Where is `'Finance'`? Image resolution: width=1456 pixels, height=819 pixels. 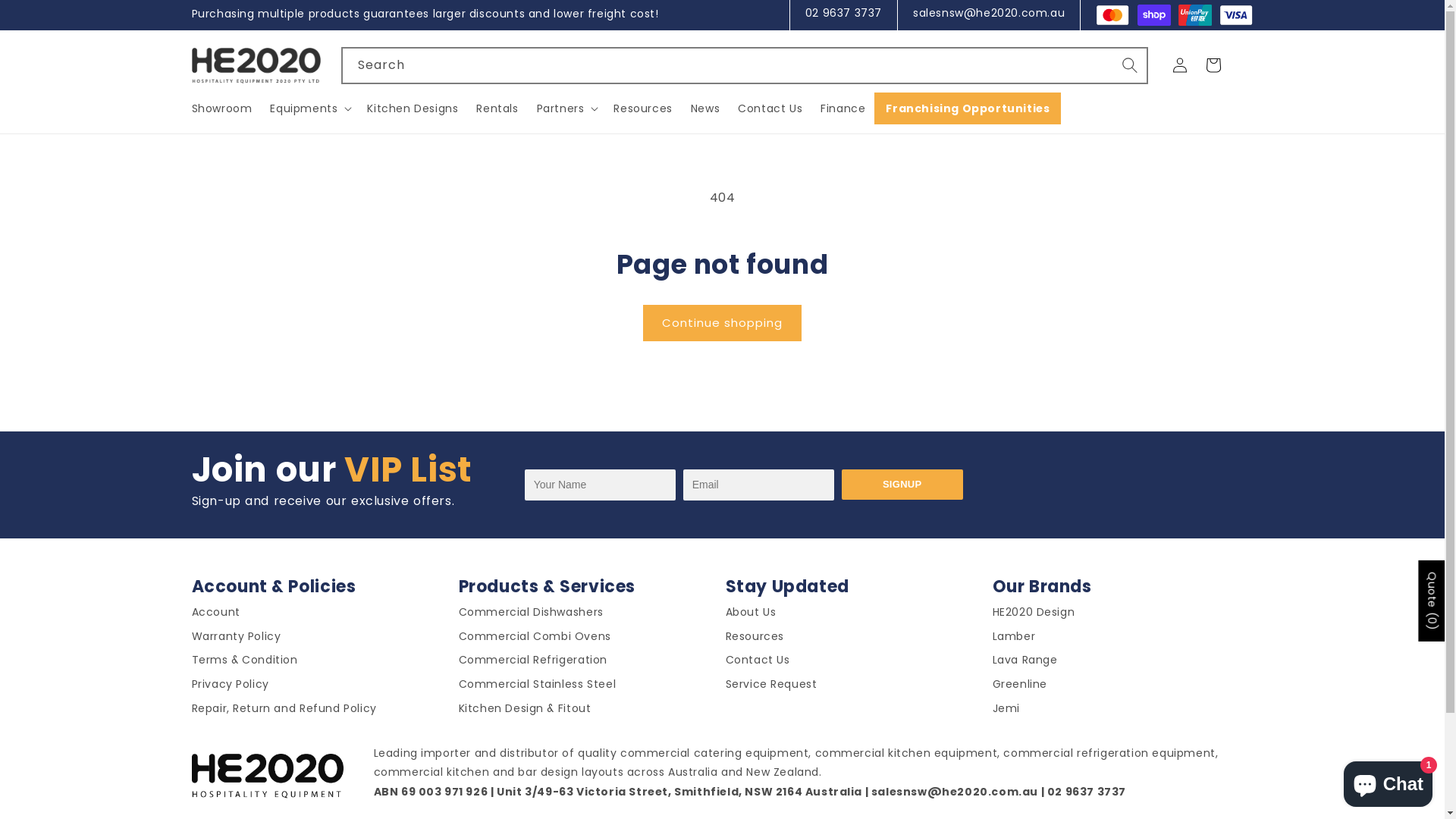 'Finance' is located at coordinates (842, 107).